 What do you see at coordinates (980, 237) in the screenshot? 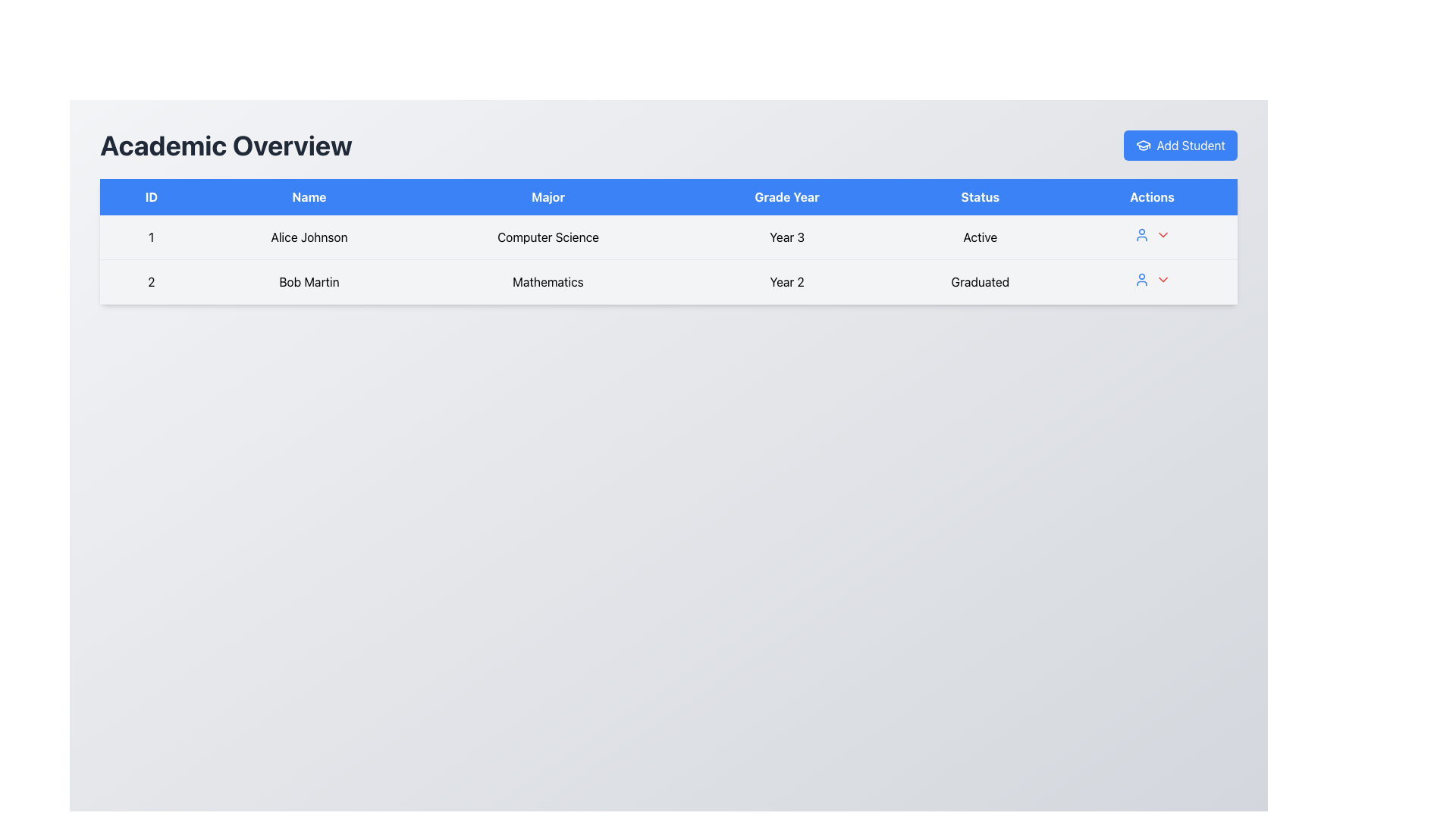
I see `the TextLabel displaying the status 'Active' for the entity 'Alice Johnson' in the user information table` at bounding box center [980, 237].